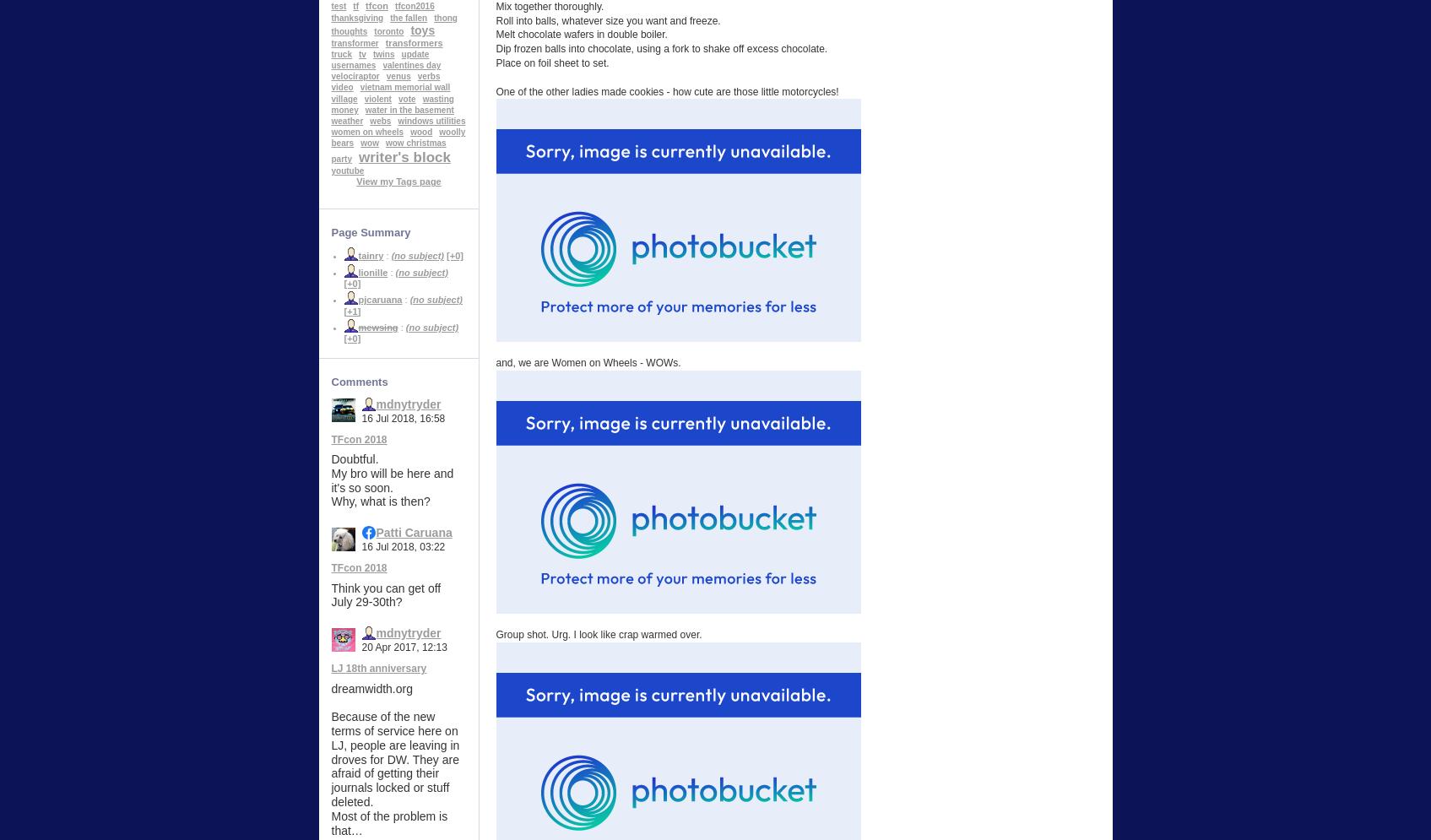 The height and width of the screenshot is (840, 1431). I want to click on '[+1]', so click(351, 309).